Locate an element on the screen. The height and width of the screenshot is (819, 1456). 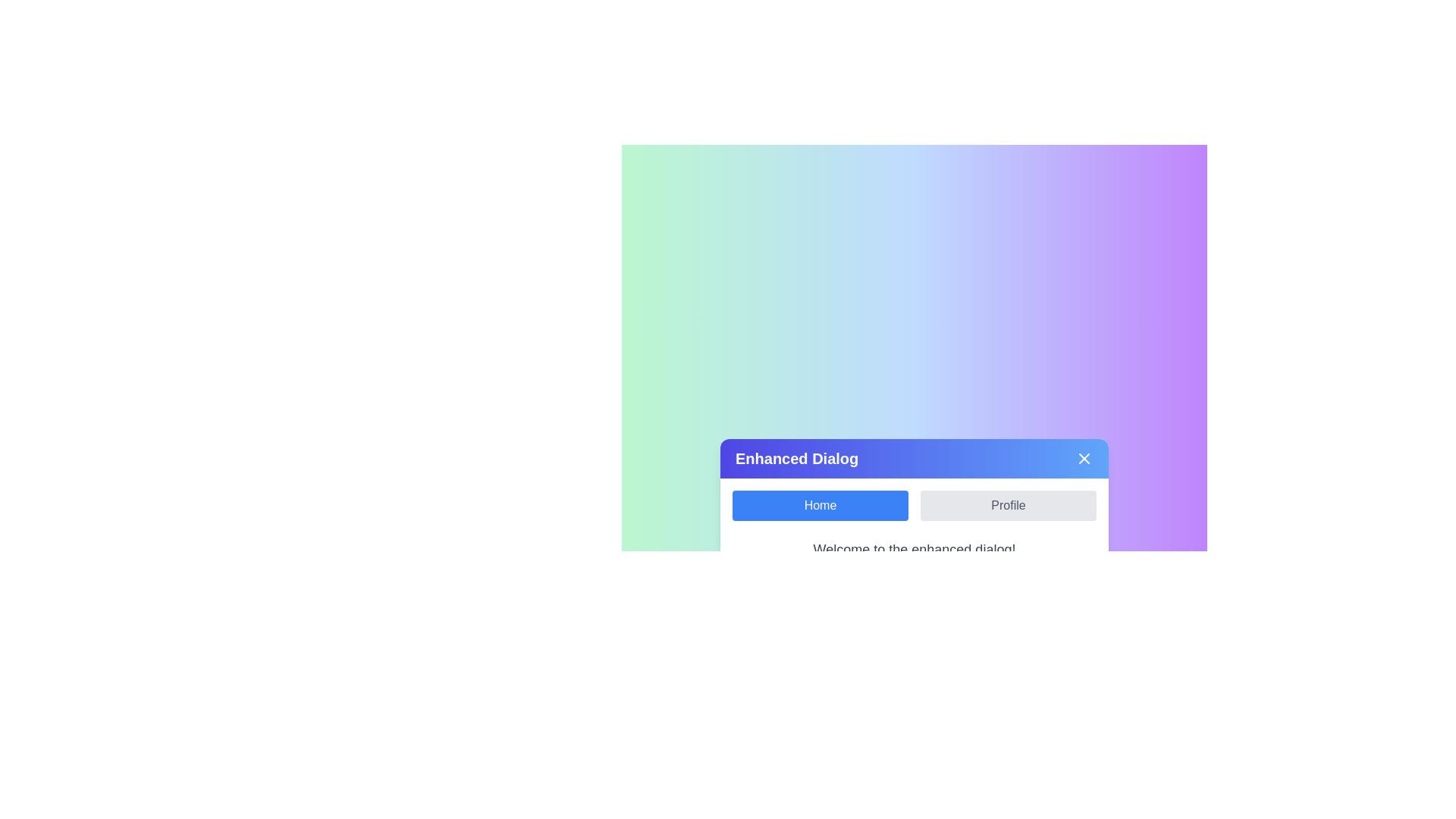
the navigation button located at the bottom of the 'Enhanced Dialog' area is located at coordinates (819, 506).